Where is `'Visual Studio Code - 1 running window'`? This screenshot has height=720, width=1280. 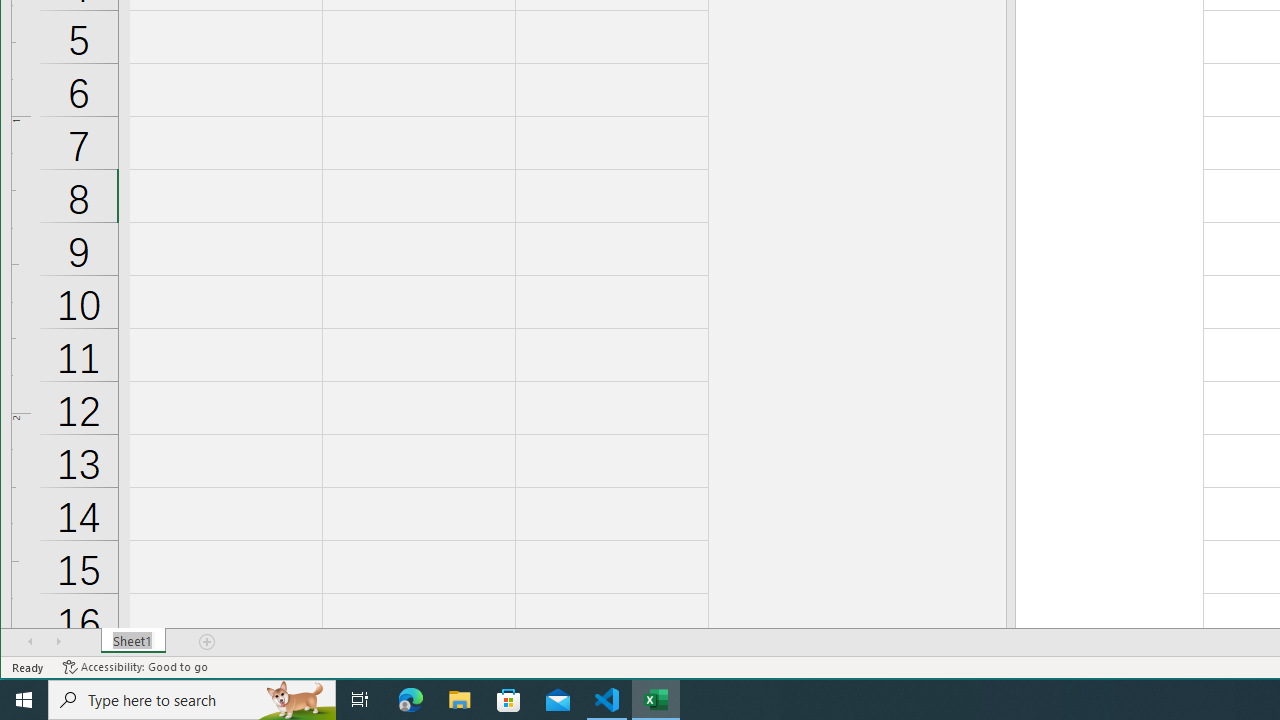
'Visual Studio Code - 1 running window' is located at coordinates (606, 698).